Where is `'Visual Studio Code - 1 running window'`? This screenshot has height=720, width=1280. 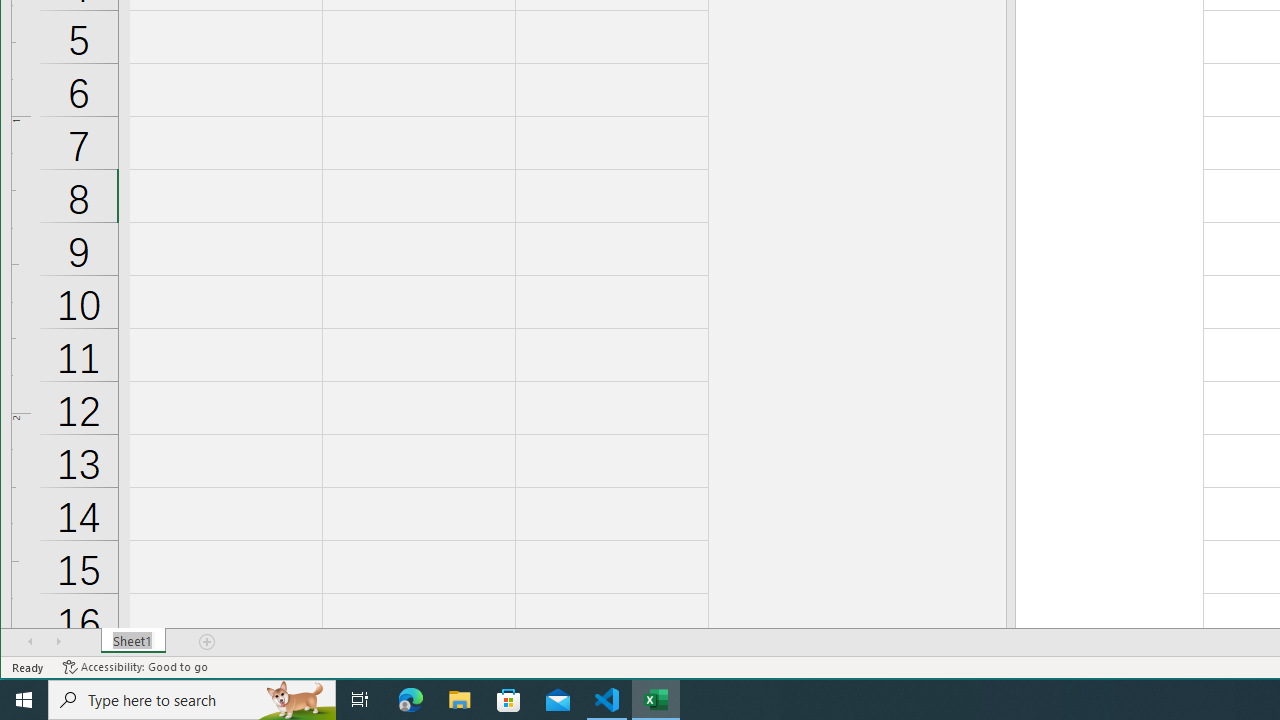
'Visual Studio Code - 1 running window' is located at coordinates (606, 698).